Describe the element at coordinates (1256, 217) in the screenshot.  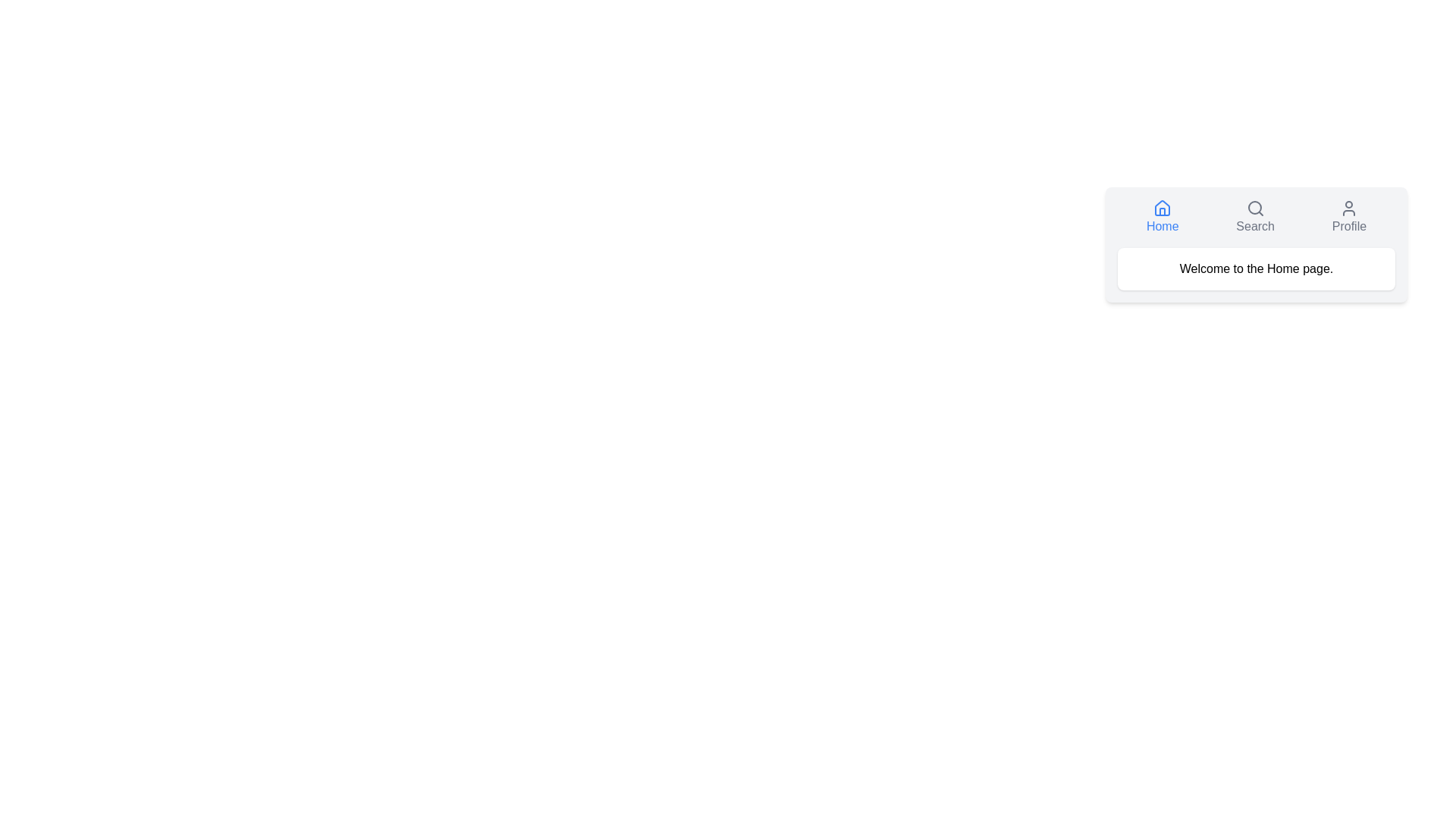
I see `the Navigation Bar which allows users to switch between 'Home', 'Search', and 'Profile' sections of the application` at that location.